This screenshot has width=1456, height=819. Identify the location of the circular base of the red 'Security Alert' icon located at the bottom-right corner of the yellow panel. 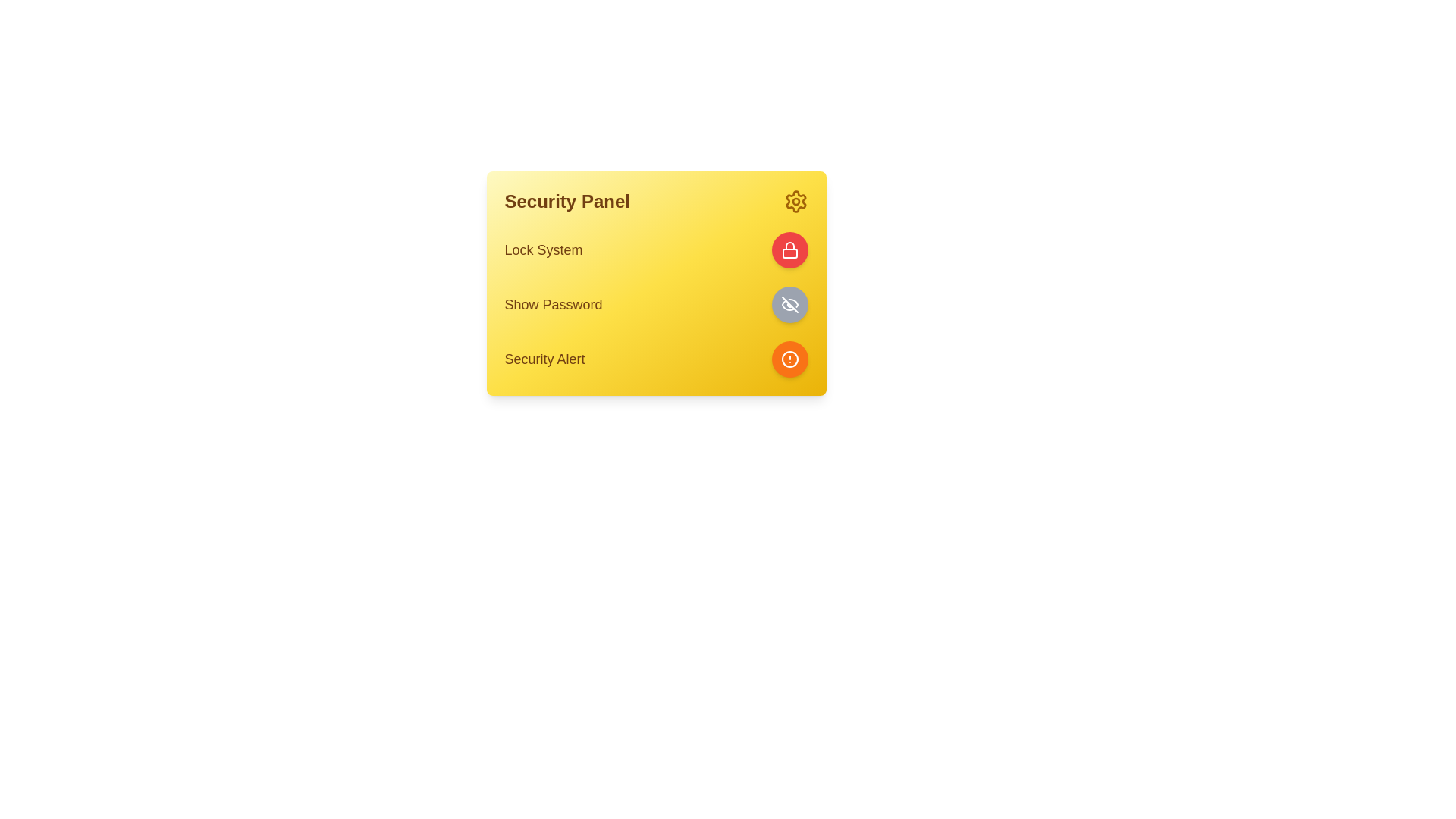
(789, 359).